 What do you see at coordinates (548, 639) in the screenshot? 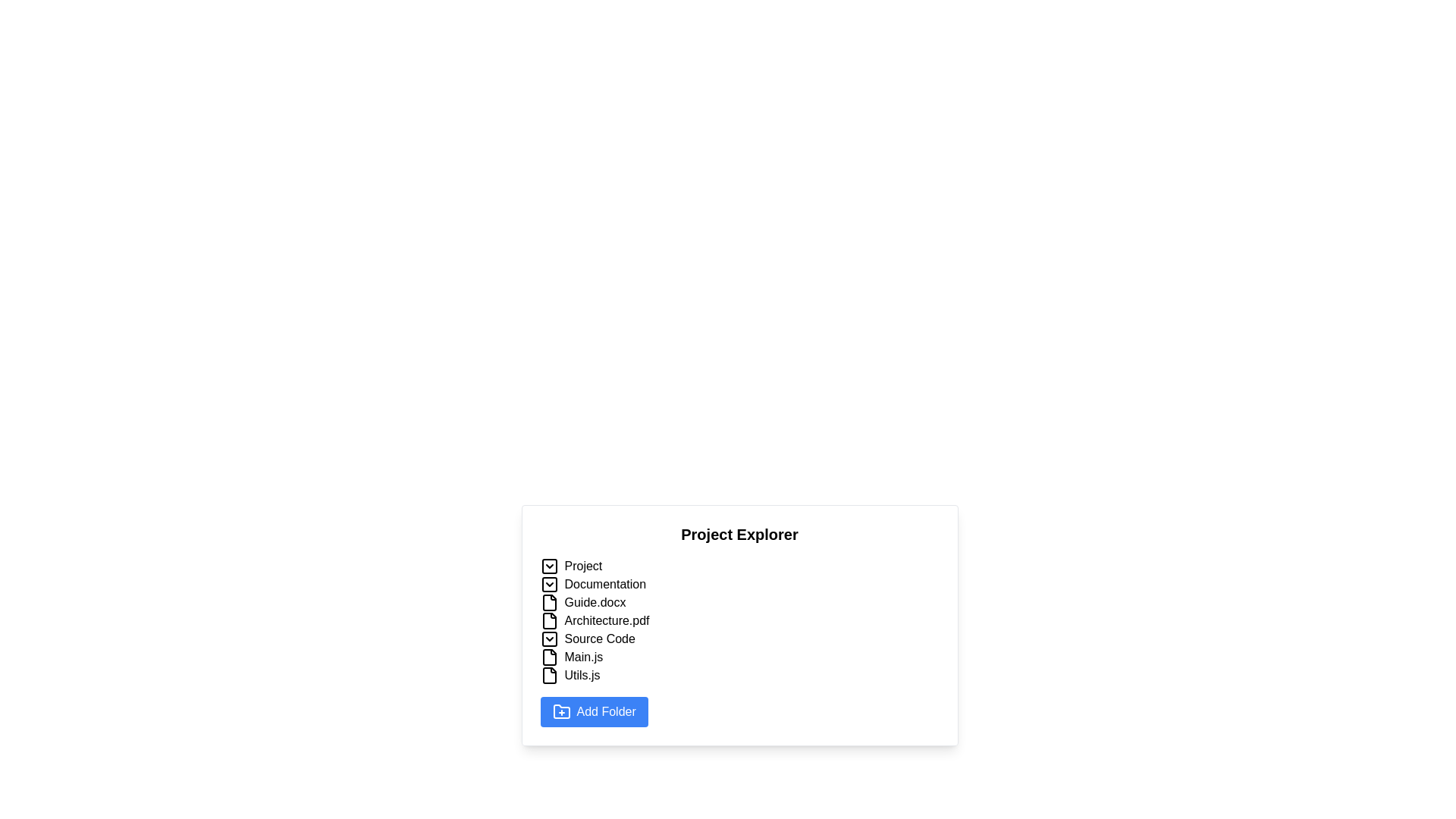
I see `the button that expands or collapses the 'Source Code' folder contents, located to the left of the 'Source Code' text` at bounding box center [548, 639].